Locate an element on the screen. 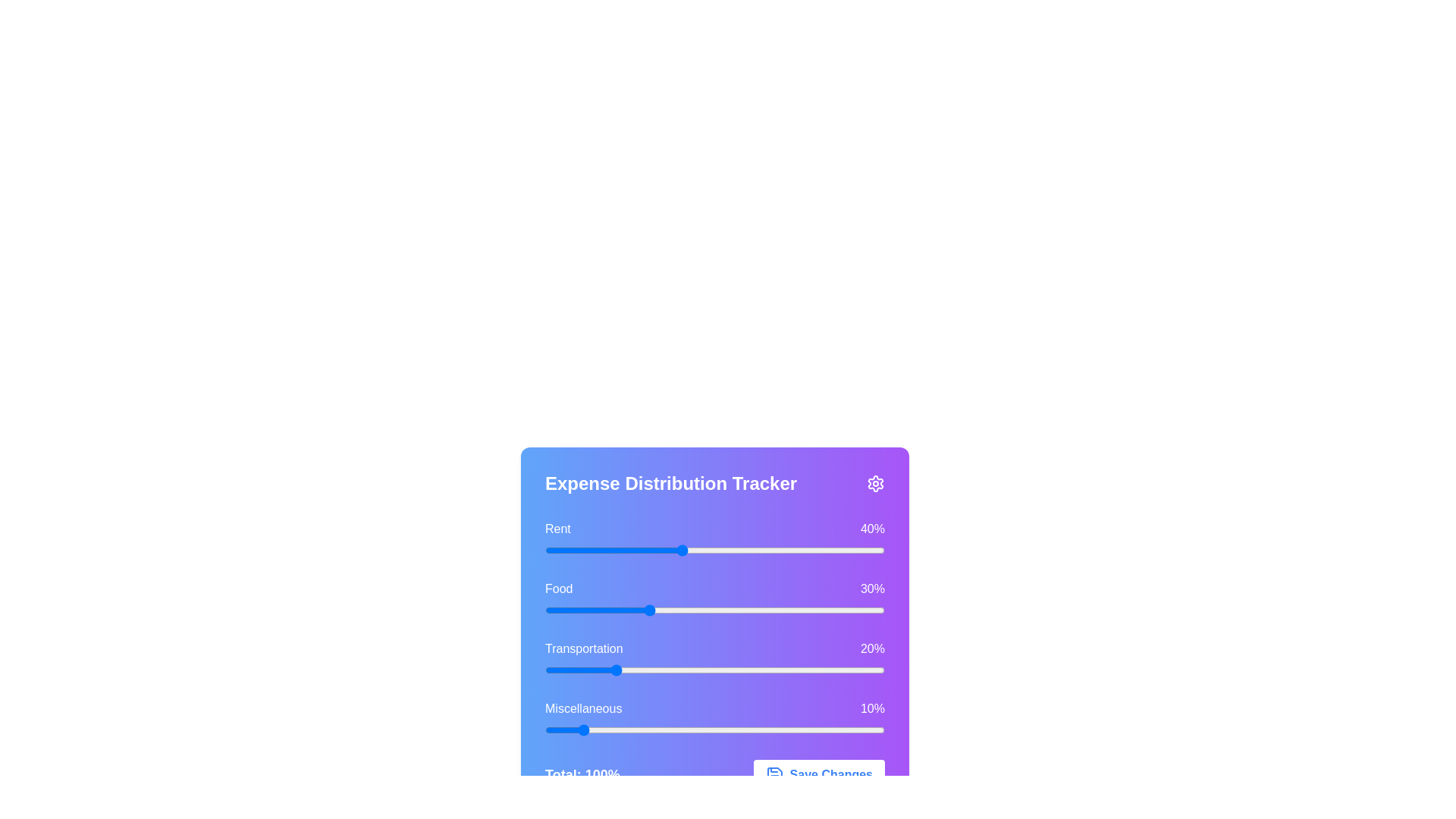 Image resolution: width=1456 pixels, height=819 pixels. the 'Transportation' slider is located at coordinates (815, 669).